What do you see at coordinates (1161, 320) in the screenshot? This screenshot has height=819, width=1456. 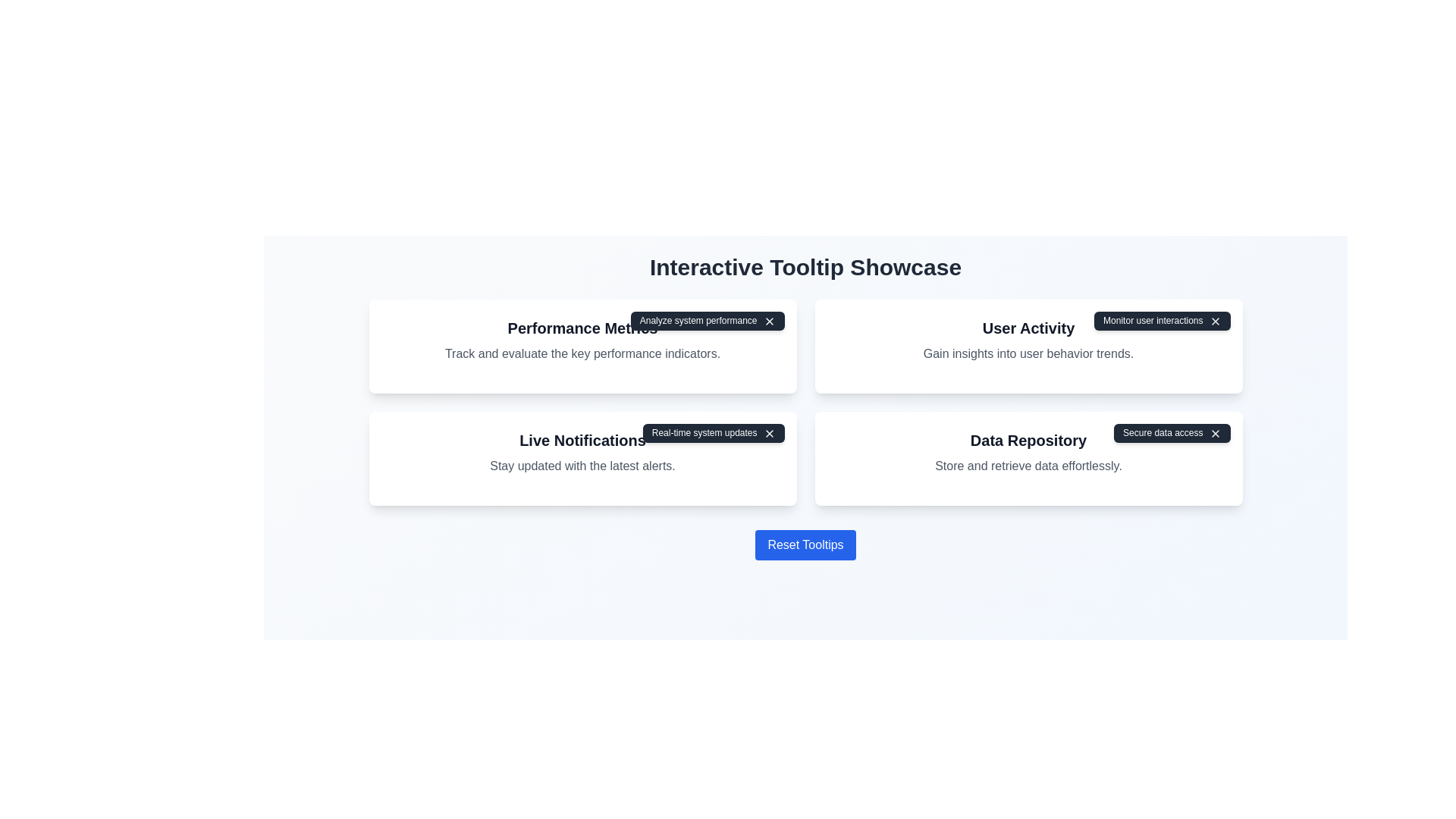 I see `the 'X' icon on the label in the 'User Activity' section` at bounding box center [1161, 320].